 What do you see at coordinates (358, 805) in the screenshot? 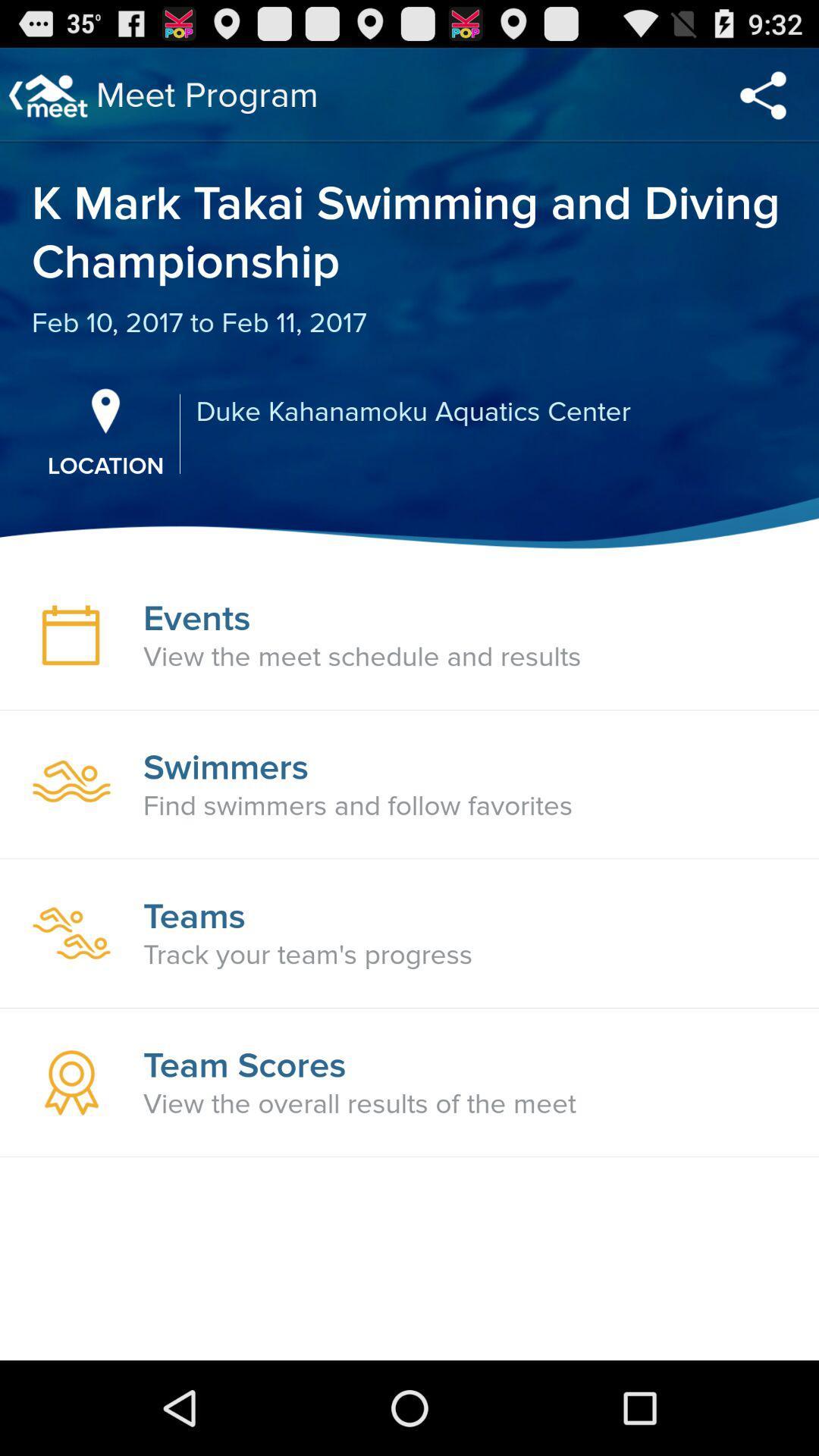
I see `find swimmers and` at bounding box center [358, 805].